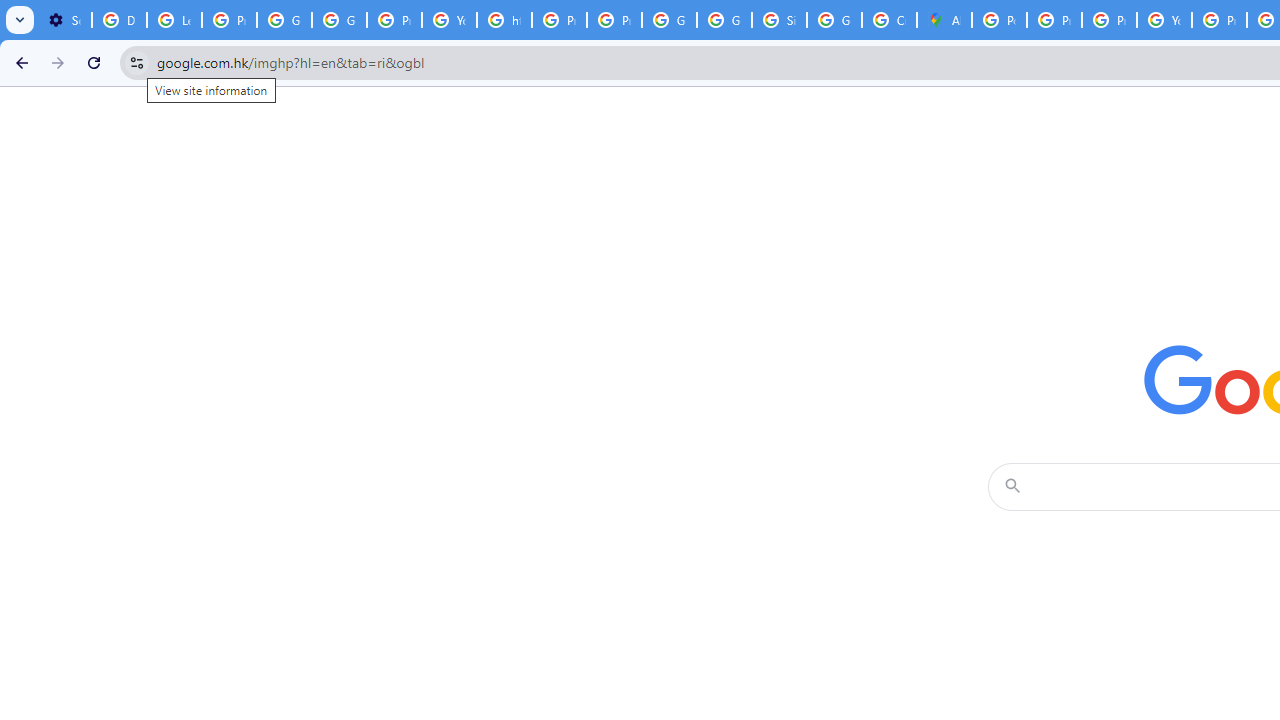 Image resolution: width=1280 pixels, height=720 pixels. I want to click on 'Delete photos & videos - Computer - Google Photos Help', so click(118, 20).